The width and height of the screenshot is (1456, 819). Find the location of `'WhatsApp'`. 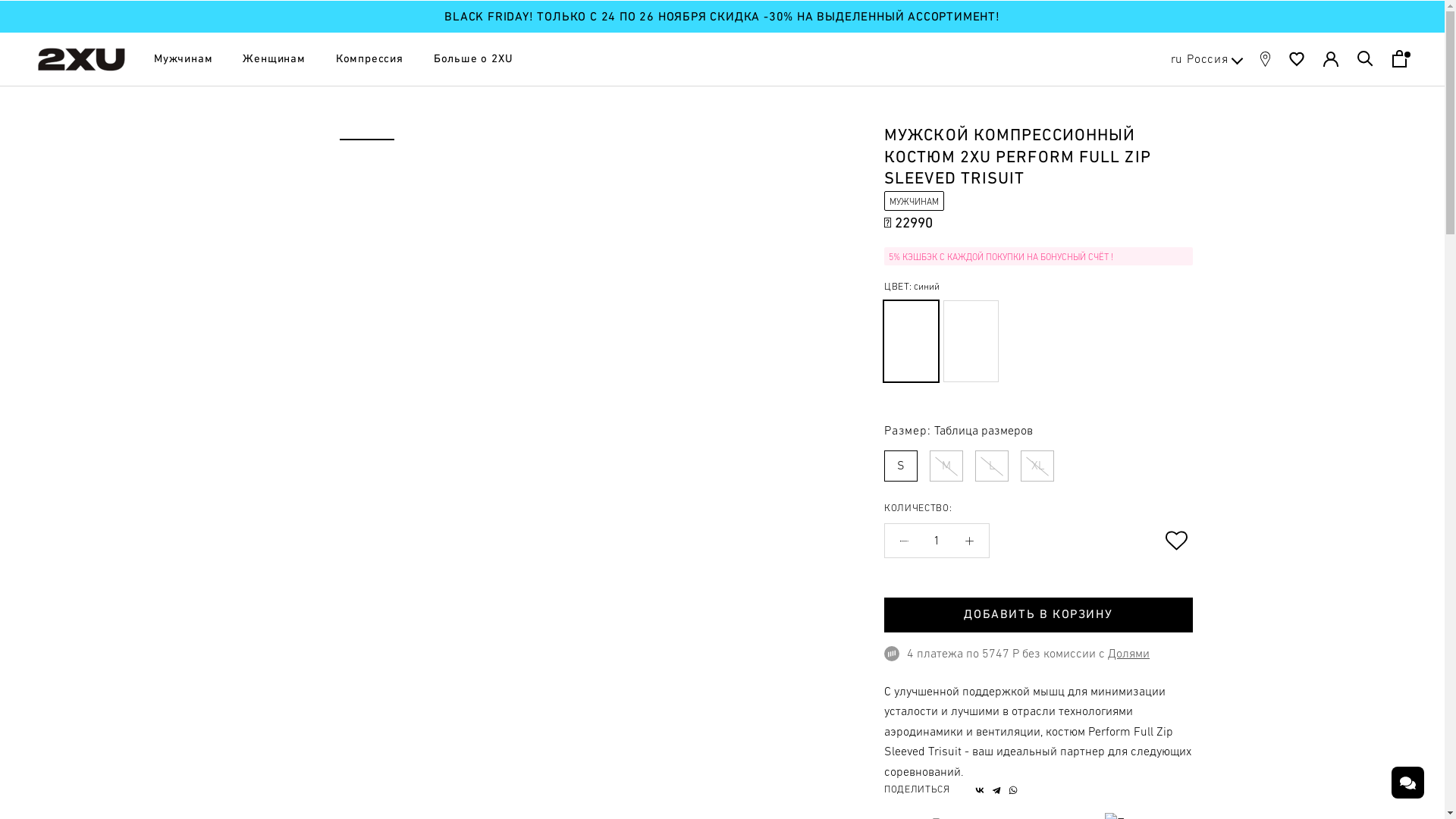

'WhatsApp' is located at coordinates (1012, 789).